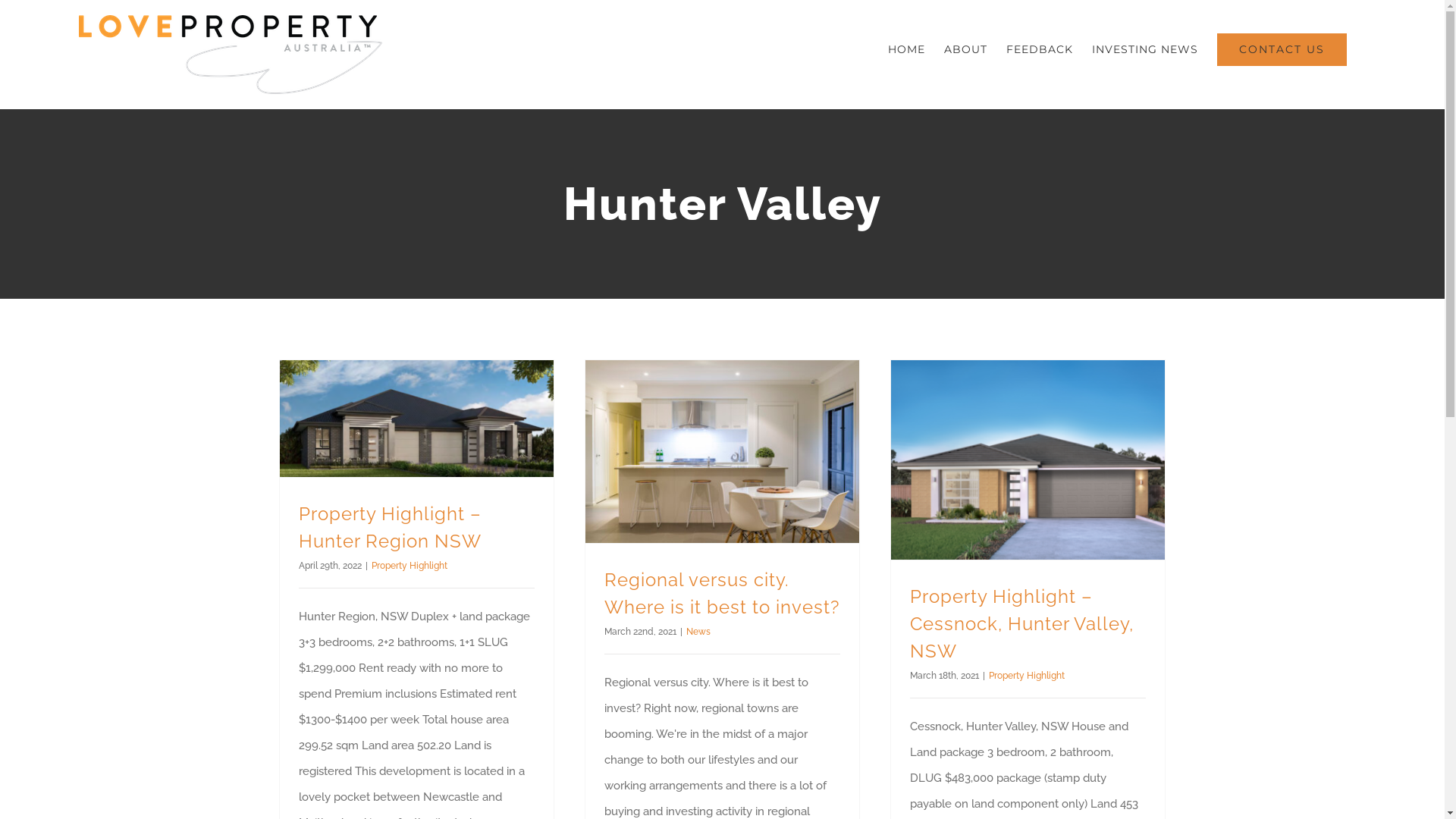 Image resolution: width=1456 pixels, height=819 pixels. Describe the element at coordinates (720, 592) in the screenshot. I see `'Regional versus city. Where is it best to invest?'` at that location.